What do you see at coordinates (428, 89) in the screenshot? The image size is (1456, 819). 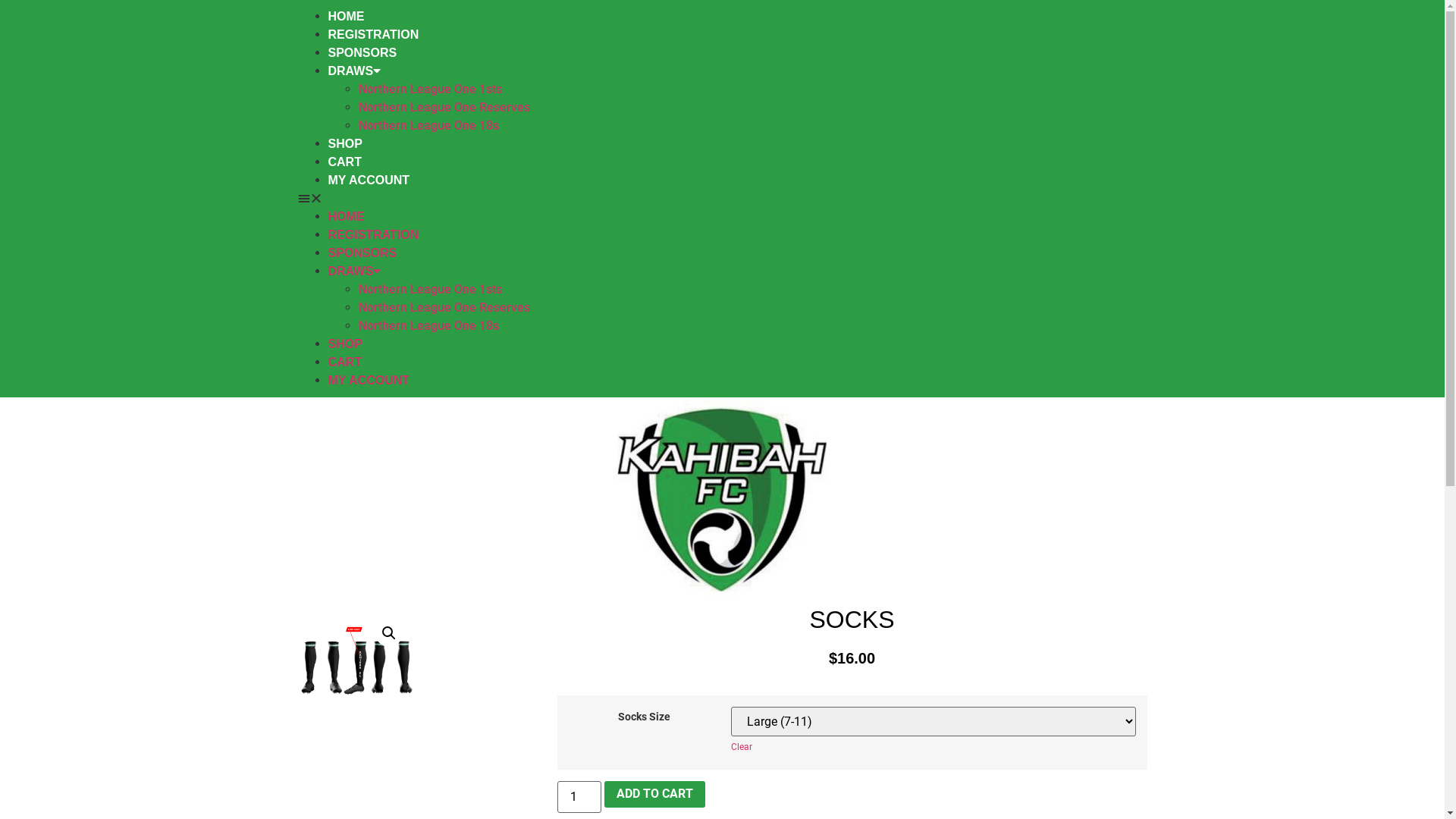 I see `'Northern League One 1sts'` at bounding box center [428, 89].